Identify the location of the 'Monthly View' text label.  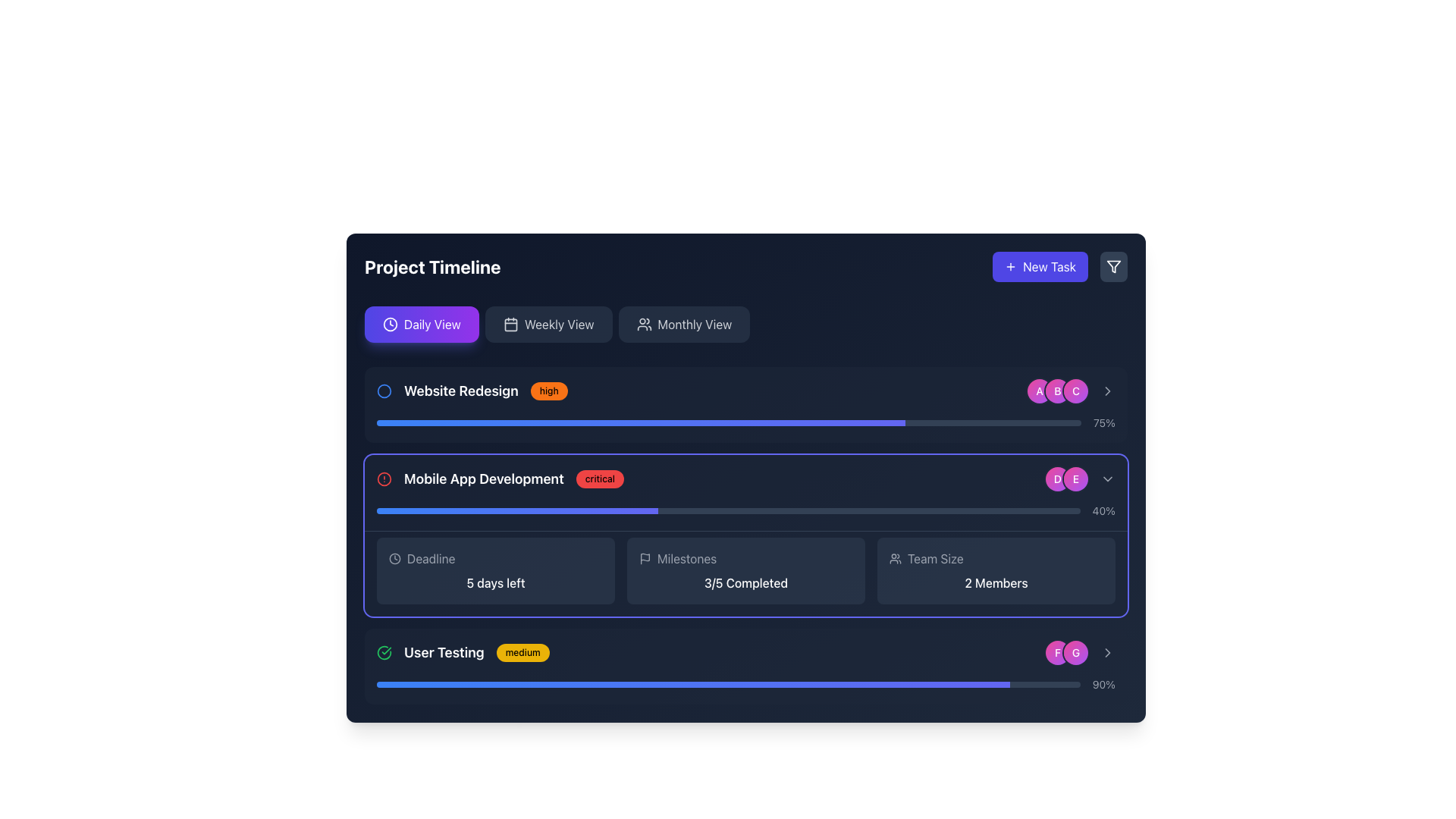
(694, 324).